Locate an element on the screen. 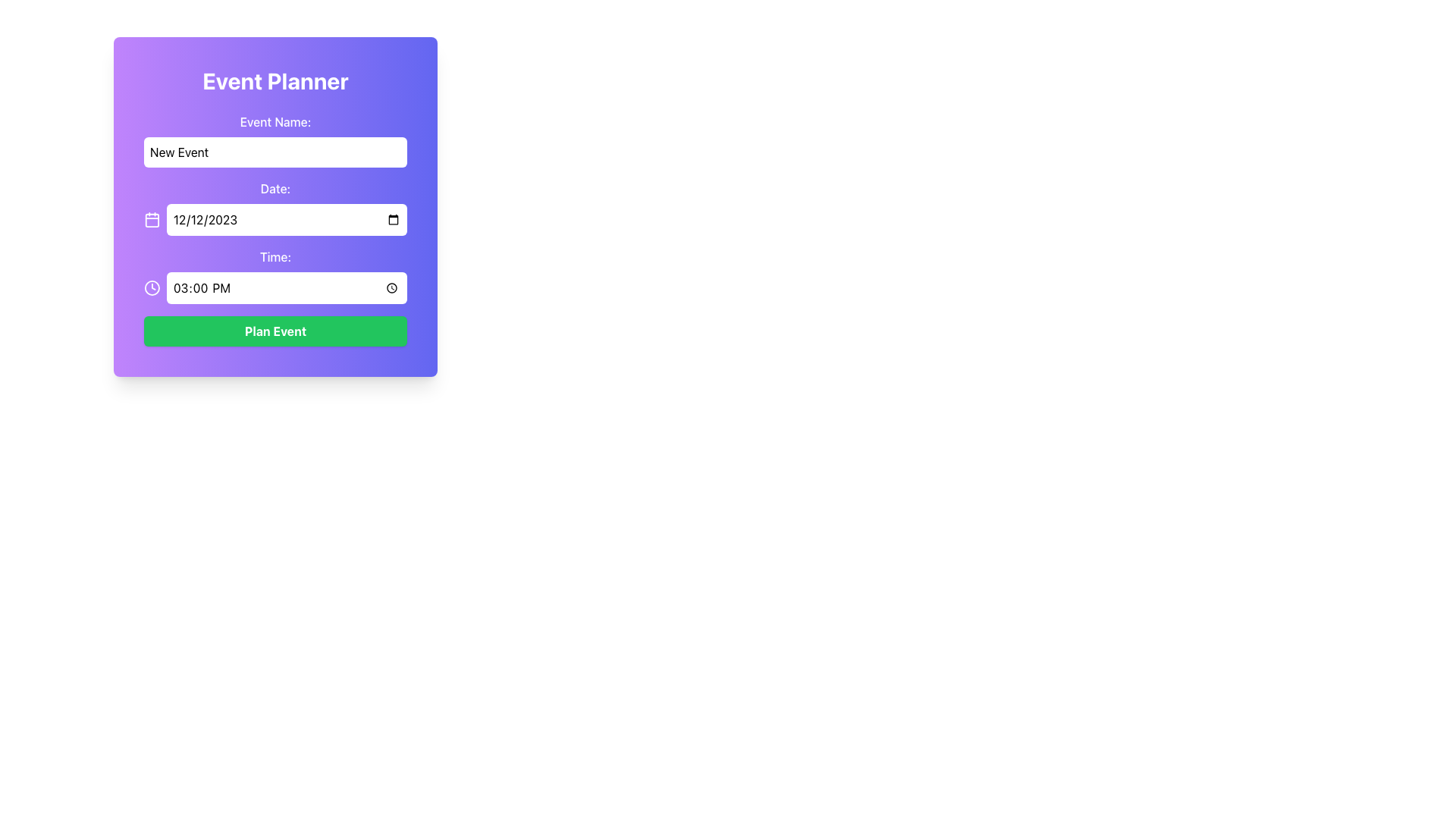 The height and width of the screenshot is (819, 1456). the Text Label that identifies the purpose of the input field for setting a time, located beneath the 'Date:' label and above the 'Plan Event' button is located at coordinates (275, 275).